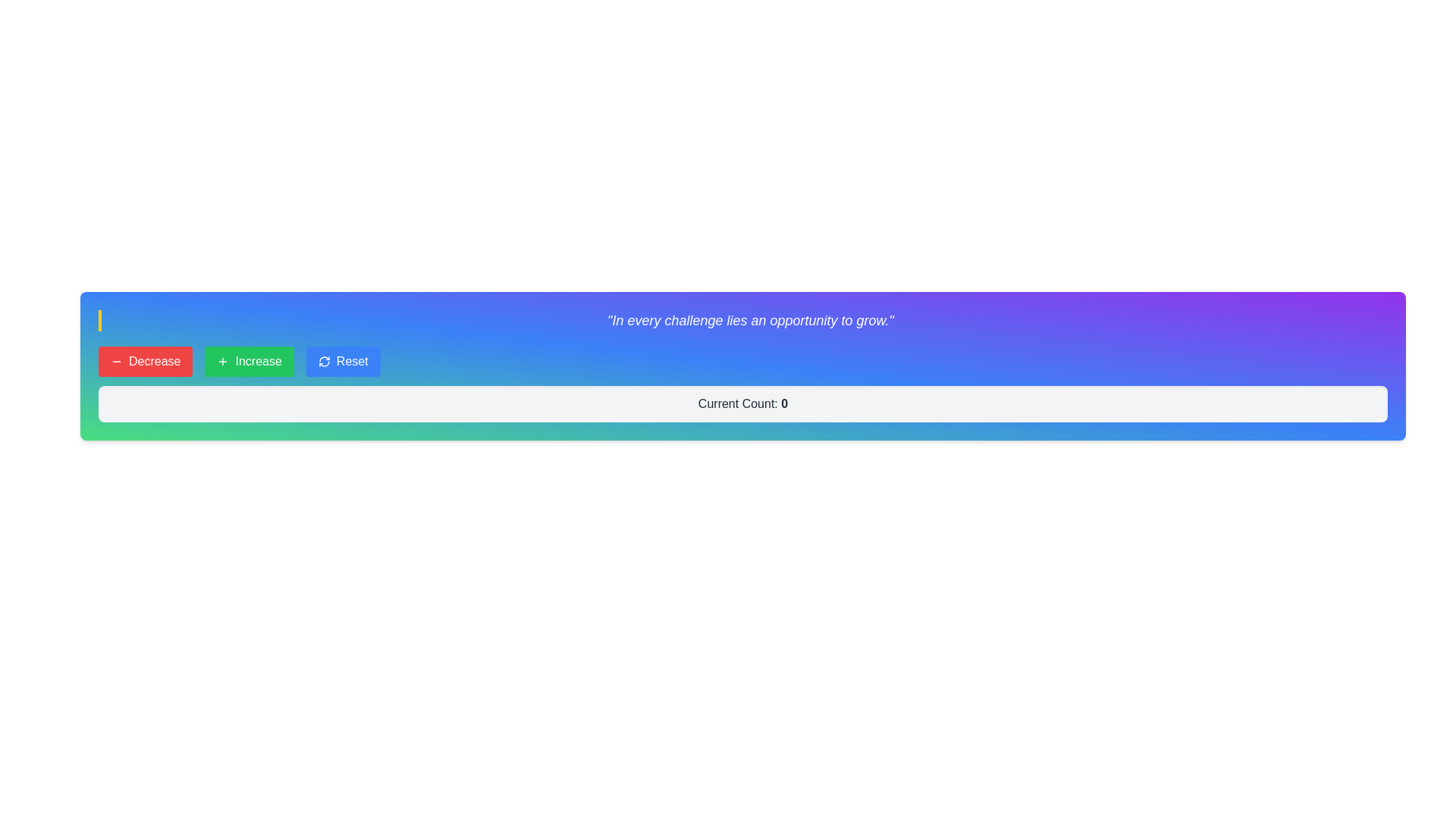  What do you see at coordinates (742, 320) in the screenshot?
I see `the Text Display element that shows the italicized quote: 'In every challenge lies an opportunity to grow.', styled with a white color and bordered by a yellow vertical line` at bounding box center [742, 320].